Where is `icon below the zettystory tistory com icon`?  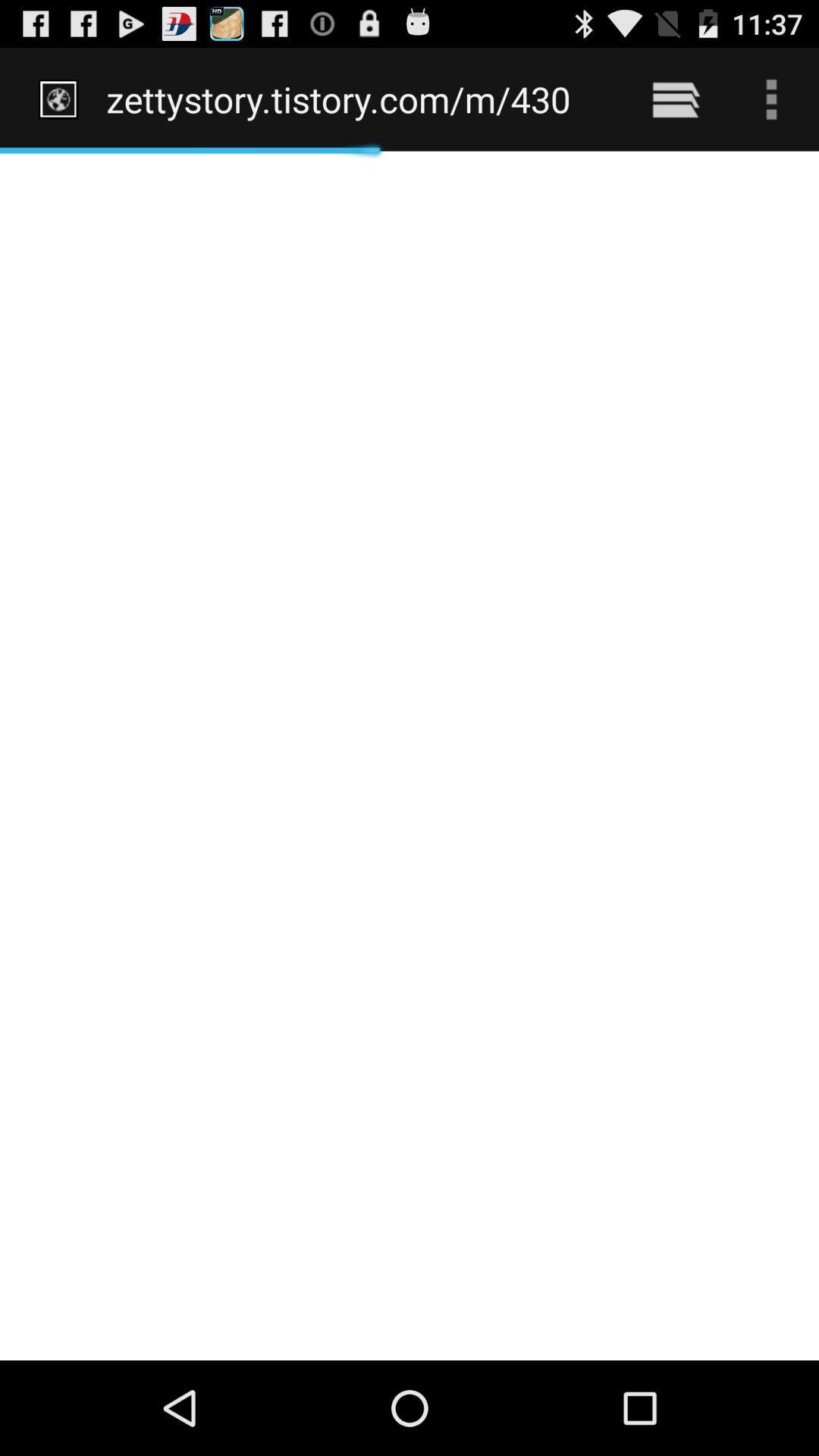
icon below the zettystory tistory com icon is located at coordinates (409, 755).